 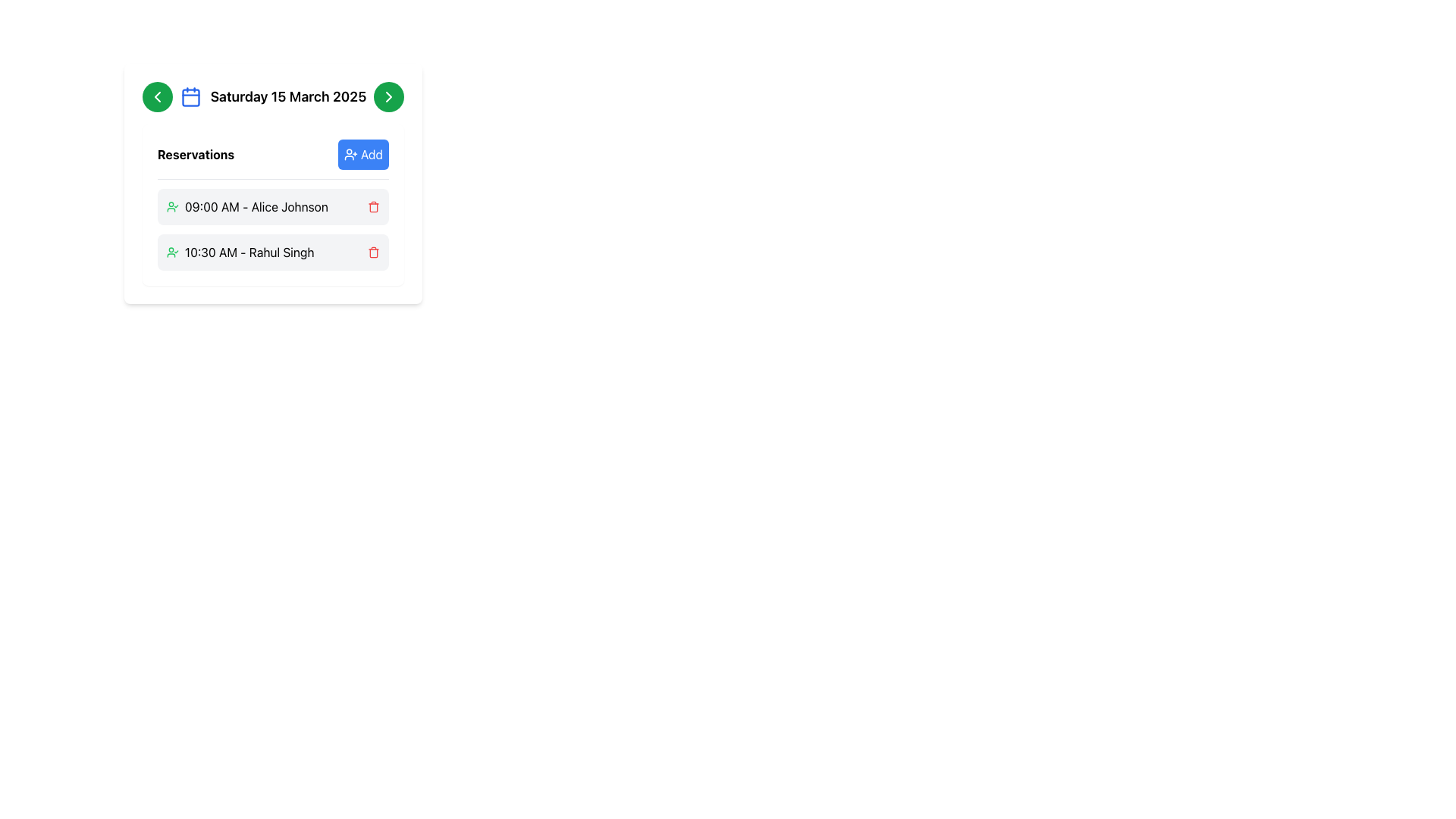 What do you see at coordinates (273, 207) in the screenshot?
I see `the reserved time slot for 'Alice Johnson' at '09:00 AM'` at bounding box center [273, 207].